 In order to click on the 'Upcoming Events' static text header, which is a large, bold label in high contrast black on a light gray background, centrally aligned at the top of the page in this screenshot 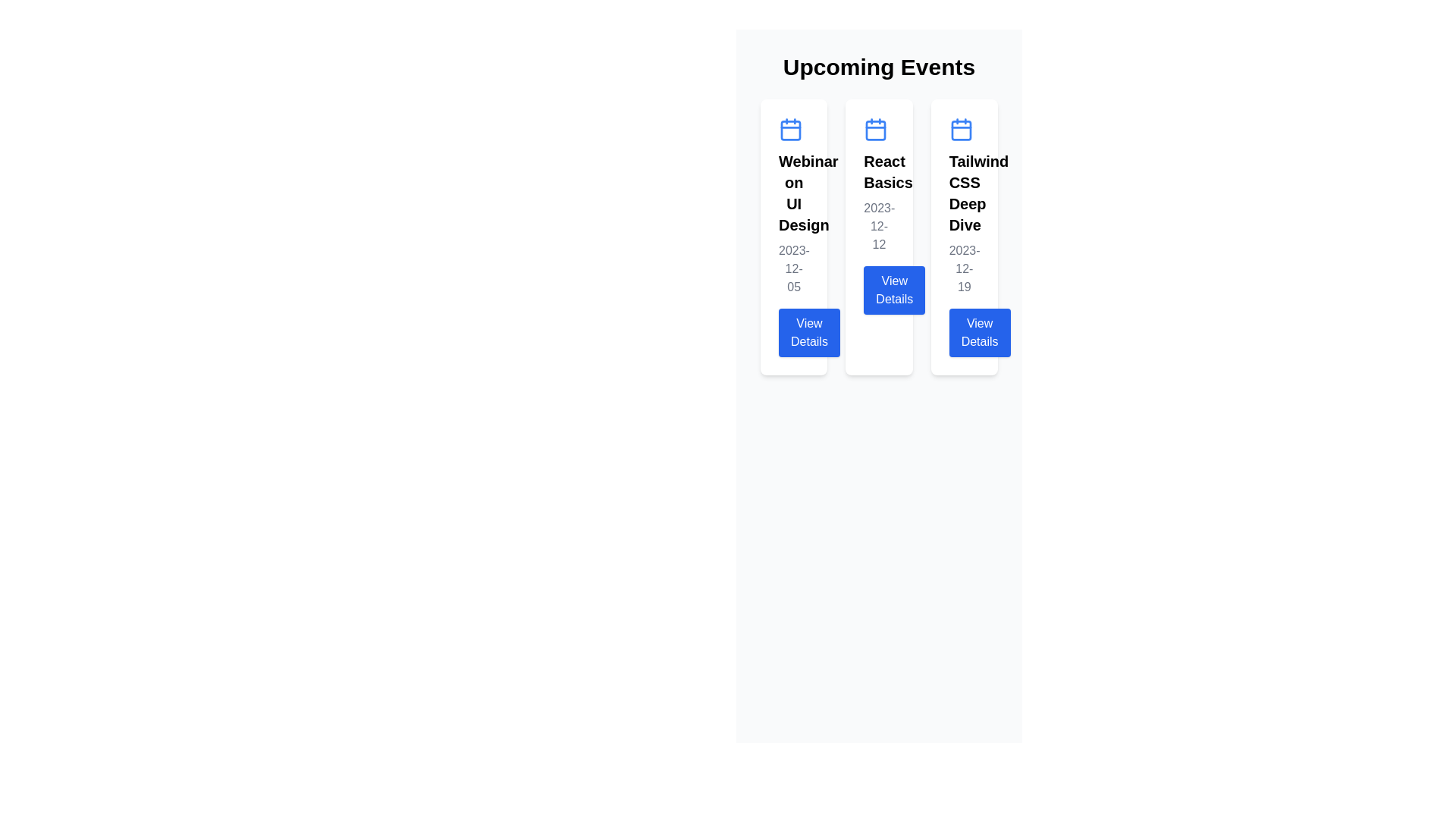, I will do `click(879, 66)`.